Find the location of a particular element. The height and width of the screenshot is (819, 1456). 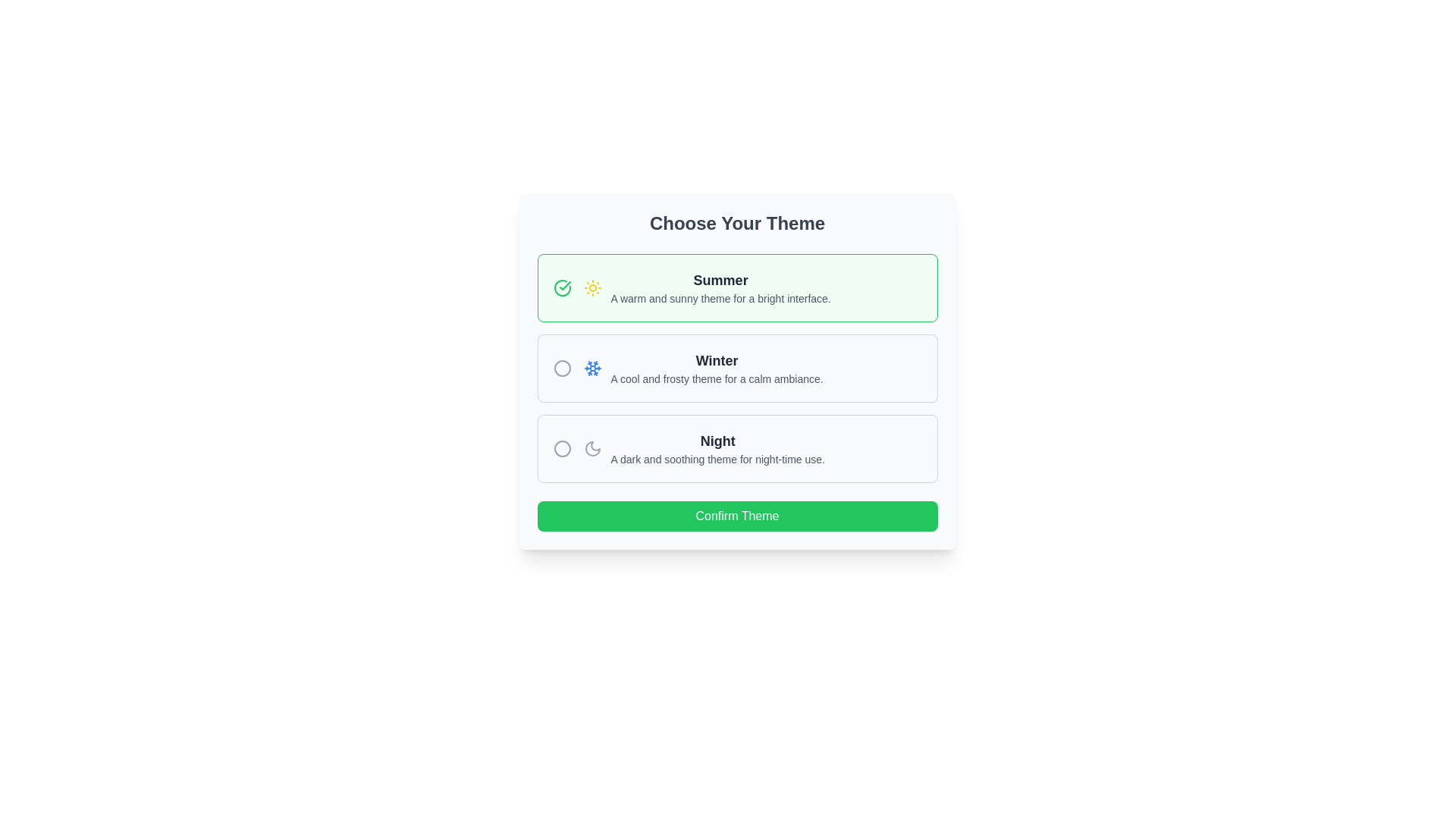

the radio button labeled 'Winter' is located at coordinates (716, 369).